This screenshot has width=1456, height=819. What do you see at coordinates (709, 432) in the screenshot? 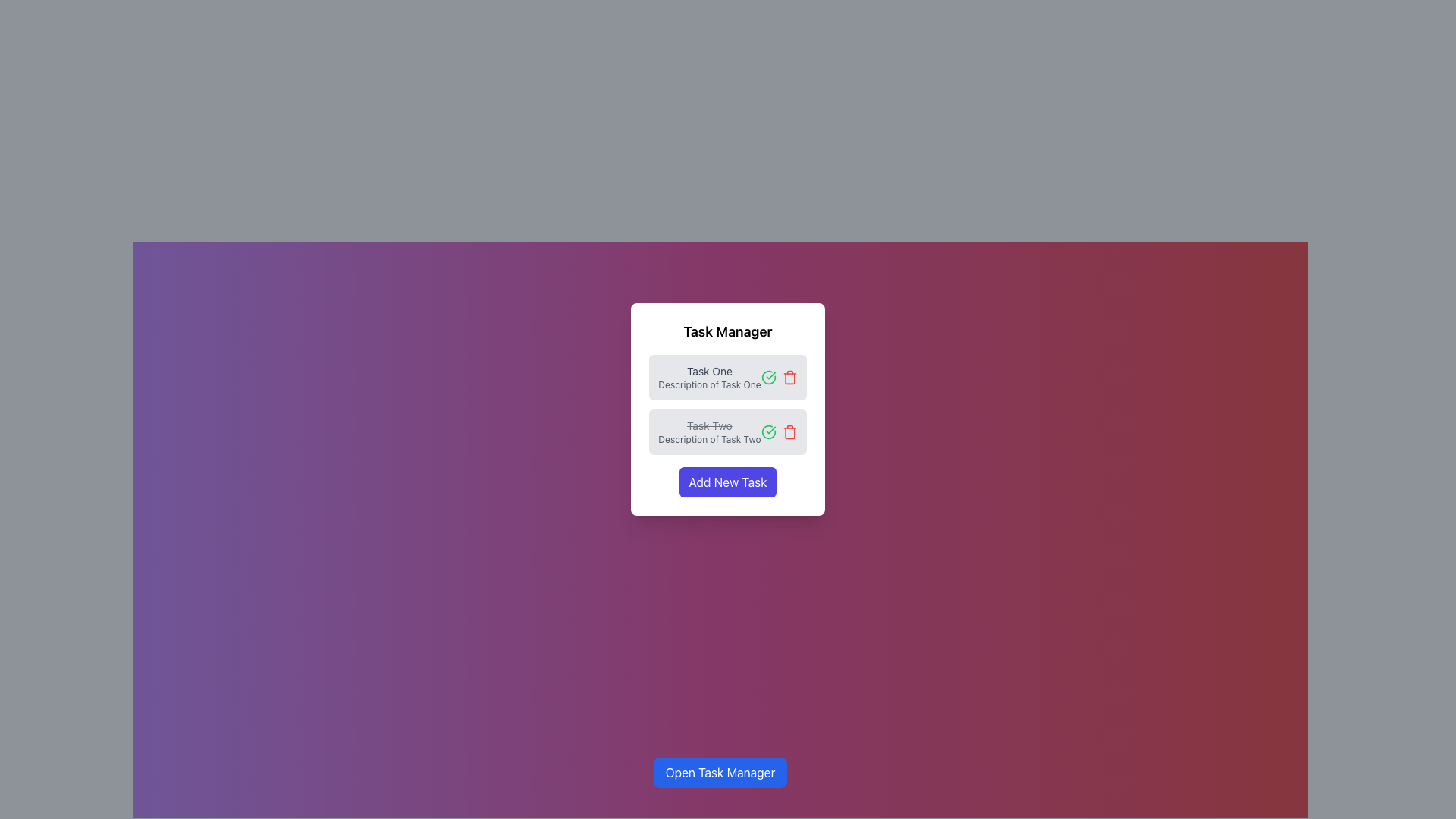
I see `the text display element providing information about 'Task Two', which is located in the second task card section of the task manager interface` at bounding box center [709, 432].